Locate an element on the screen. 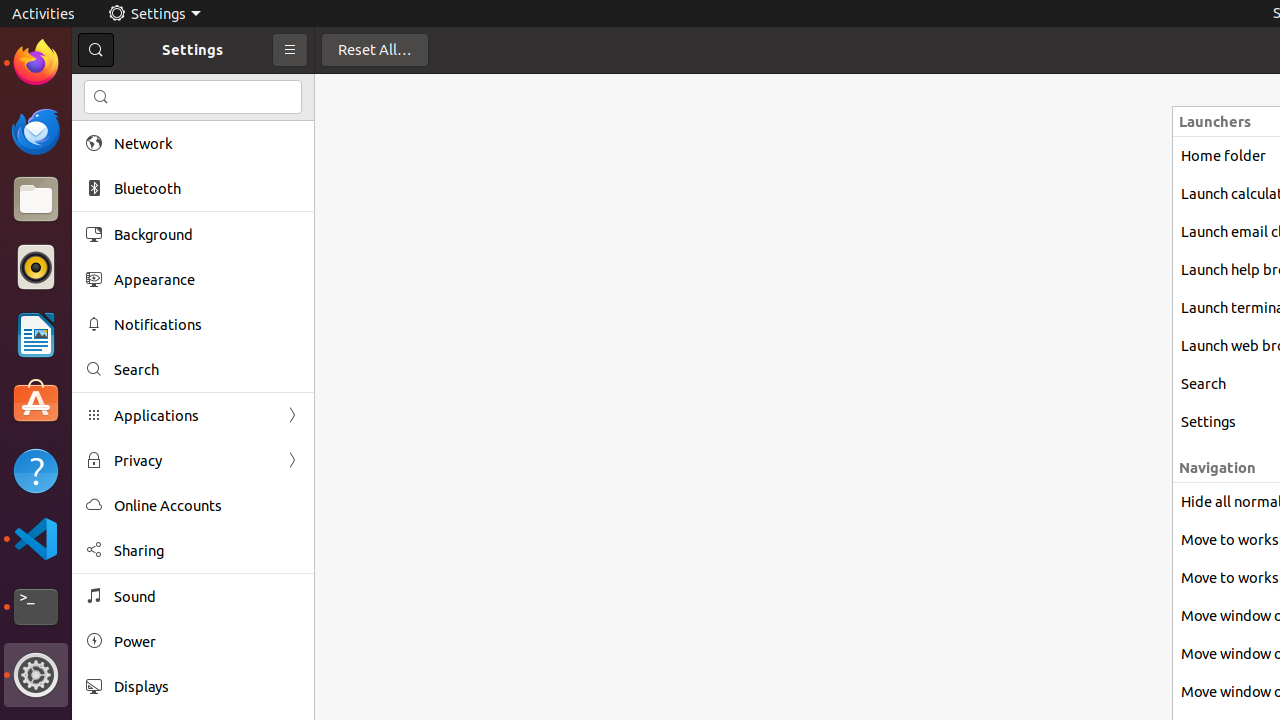 This screenshot has height=720, width=1280. 'Bluetooth' is located at coordinates (206, 188).